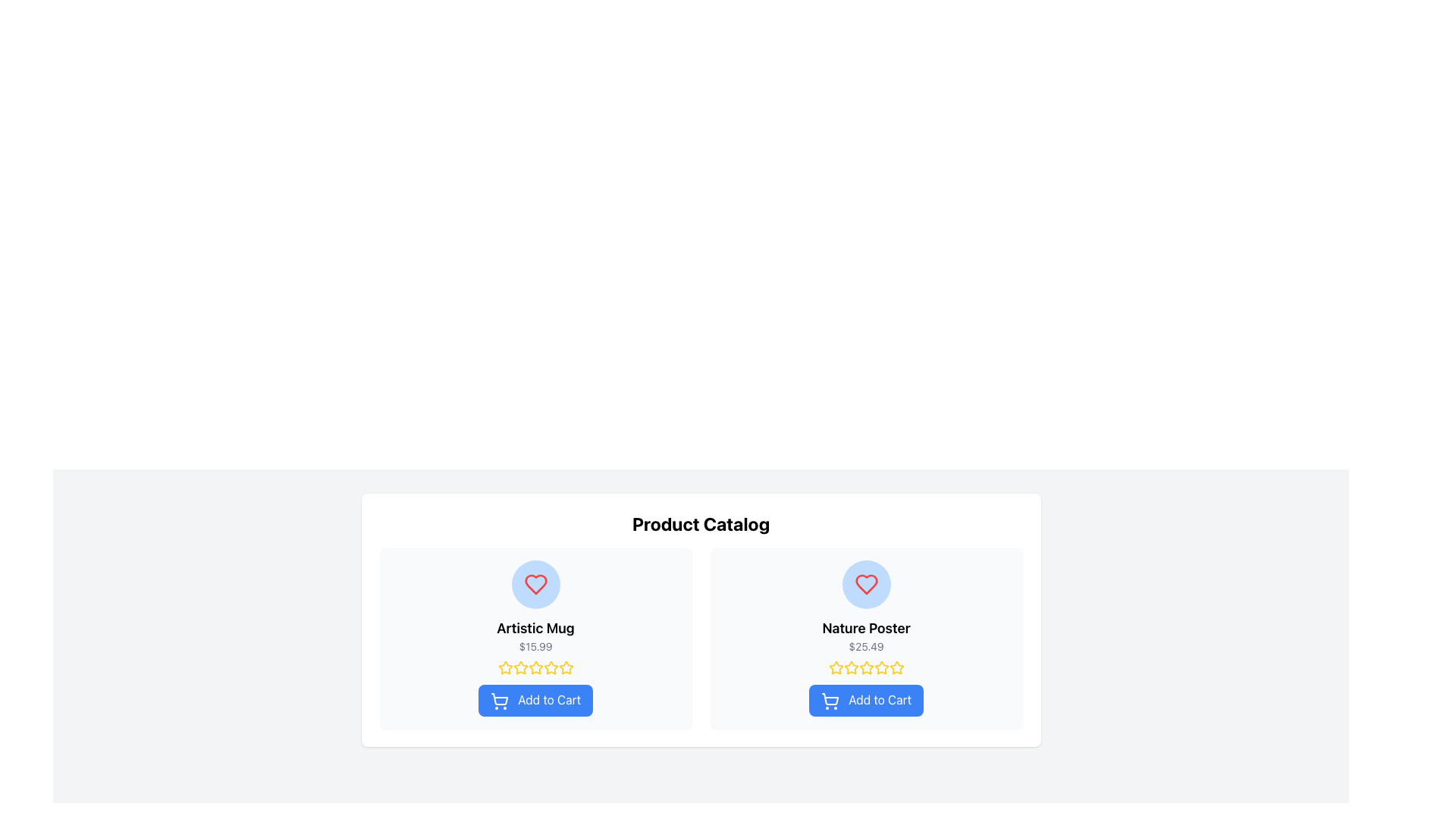 The image size is (1456, 819). I want to click on the Text Label displaying the product name 'Artistic Mug', which is located centrally within the left card of the product catalog section, below the heart icon and above the price information '$15.99', so click(535, 629).